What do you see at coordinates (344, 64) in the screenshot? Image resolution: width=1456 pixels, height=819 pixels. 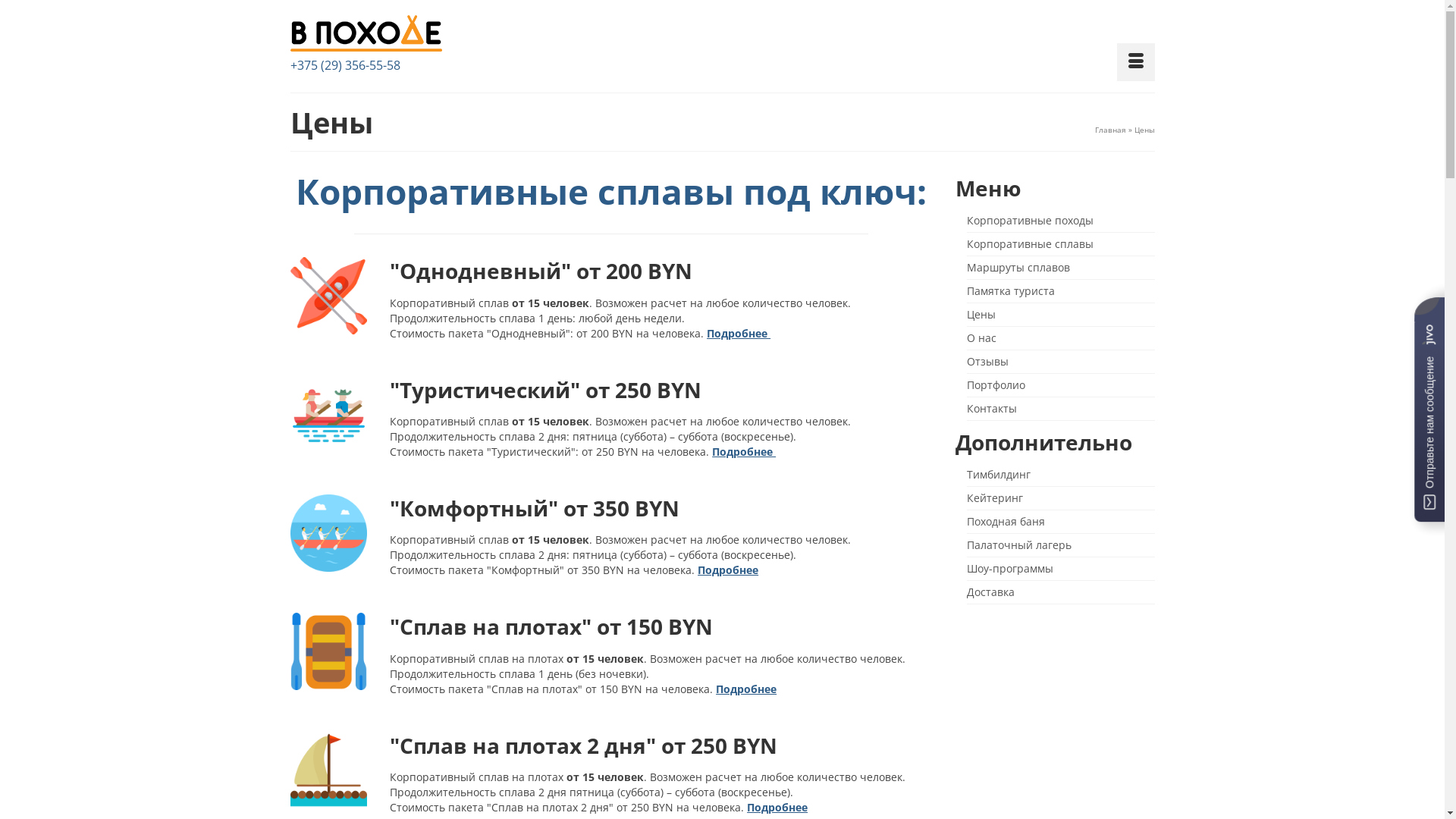 I see `'+375 (29) 356-55-58'` at bounding box center [344, 64].